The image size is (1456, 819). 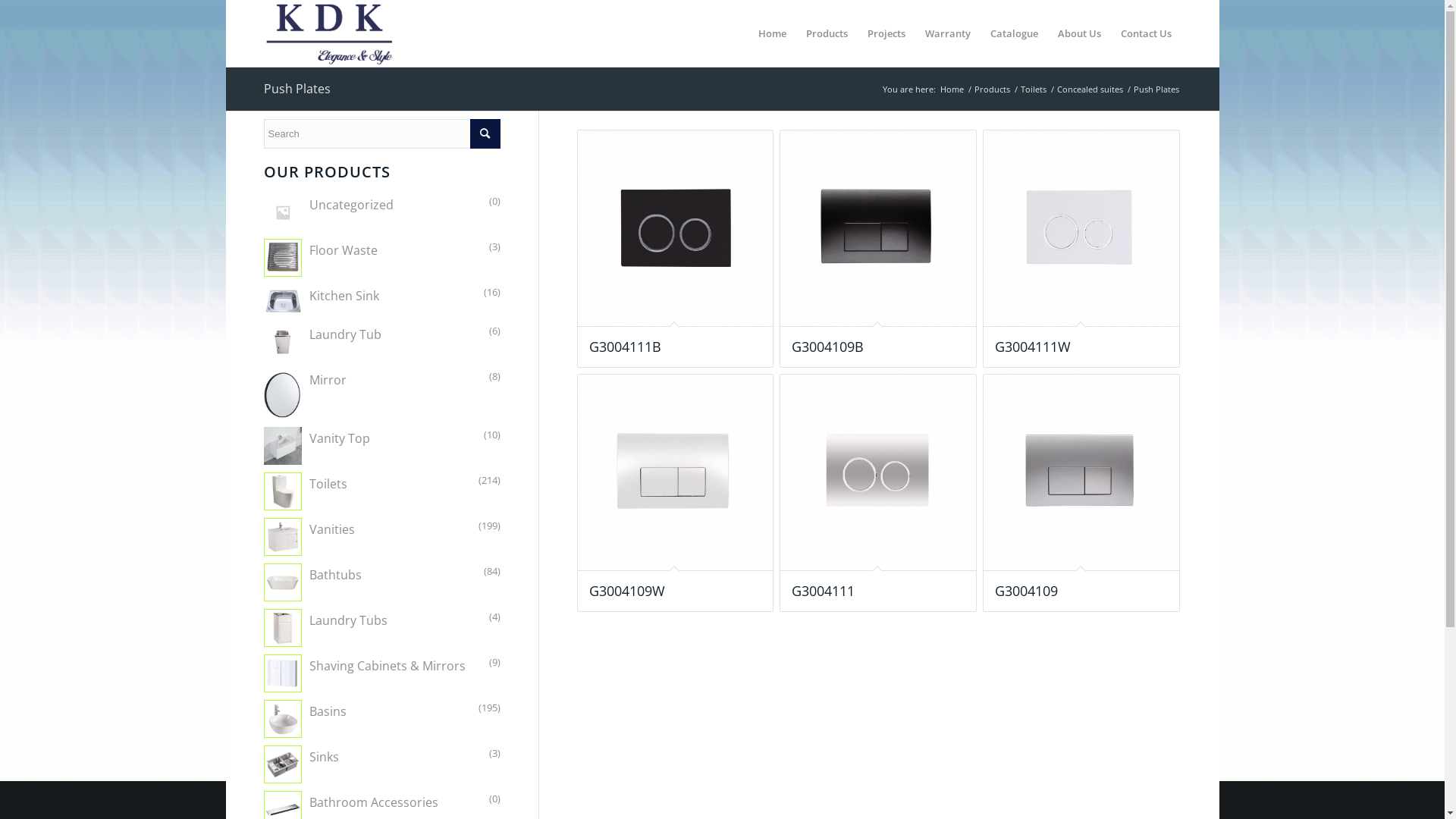 I want to click on 'Vanity Top', so click(x=283, y=444).